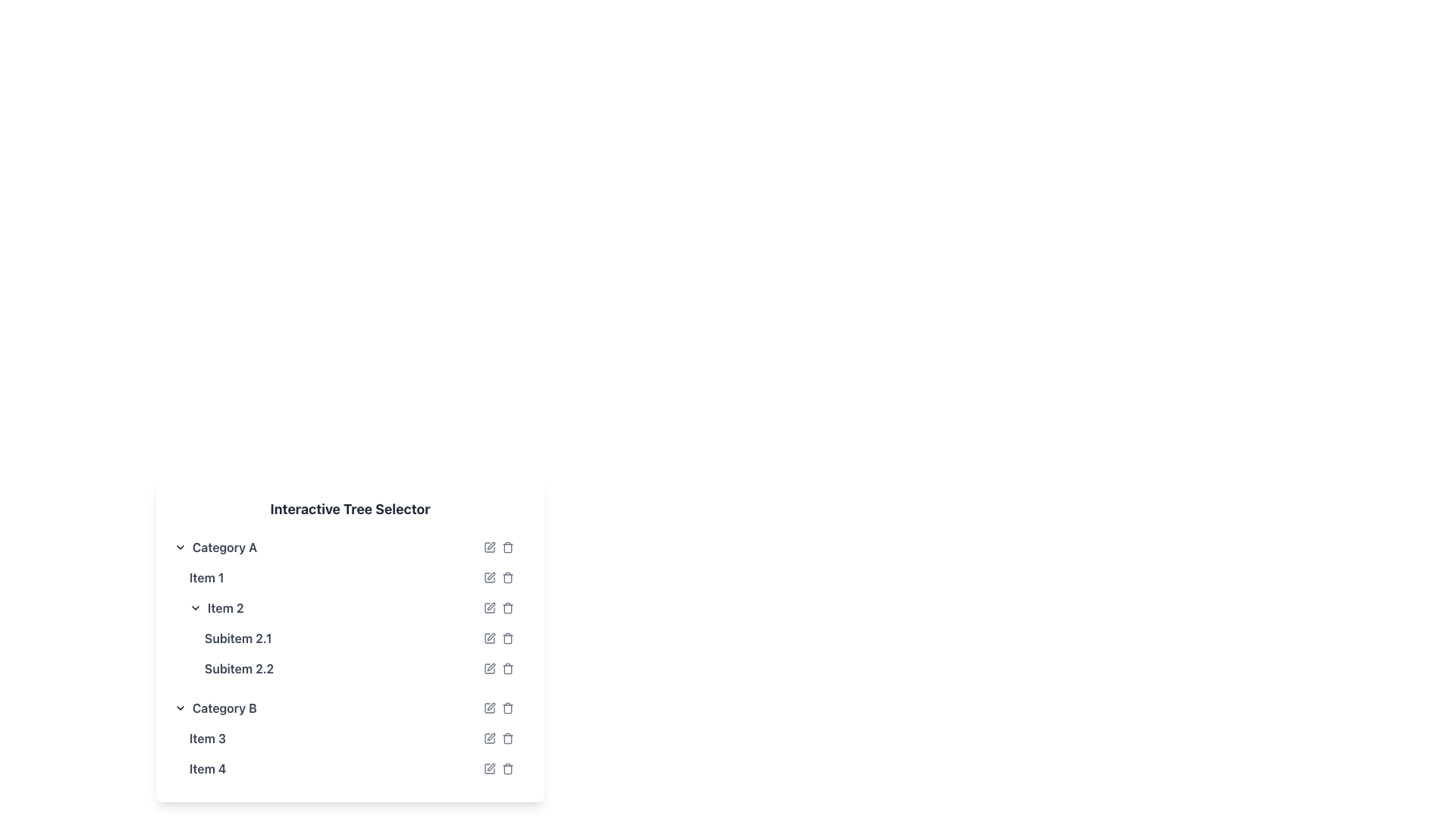 The height and width of the screenshot is (819, 1456). Describe the element at coordinates (490, 738) in the screenshot. I see `keyboard navigation` at that location.